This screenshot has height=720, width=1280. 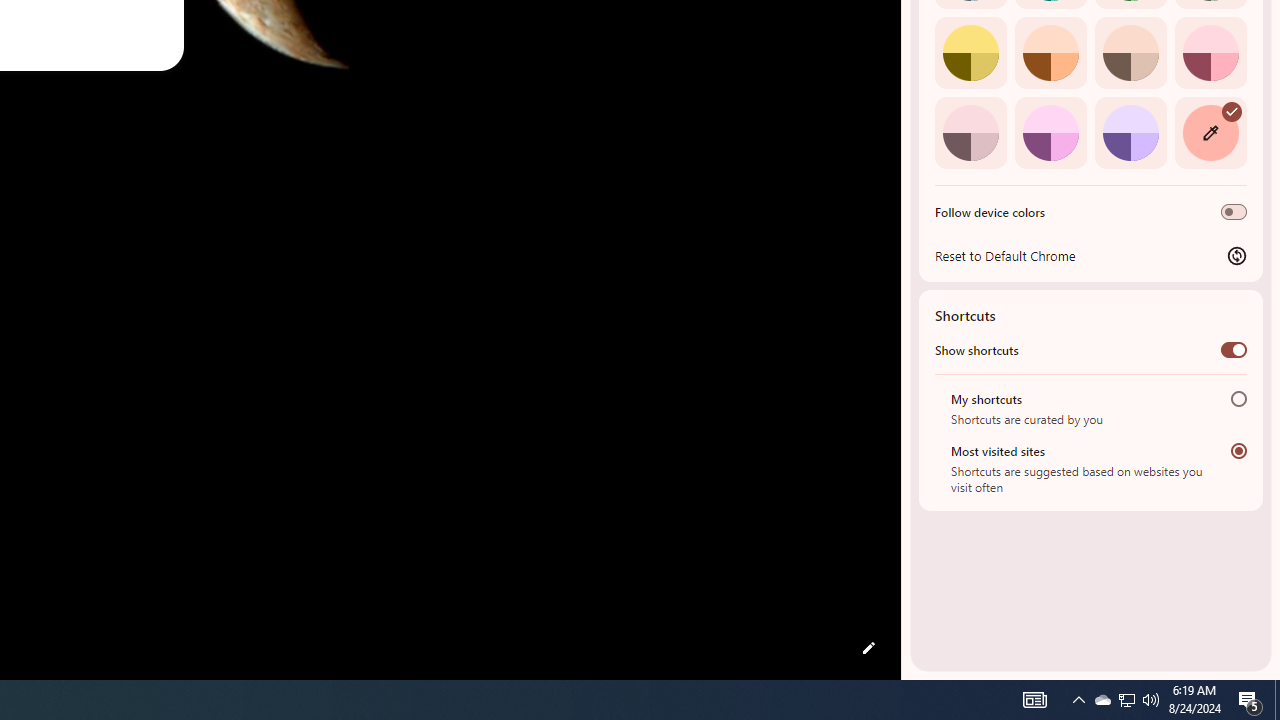 I want to click on 'Violet', so click(x=1130, y=132).